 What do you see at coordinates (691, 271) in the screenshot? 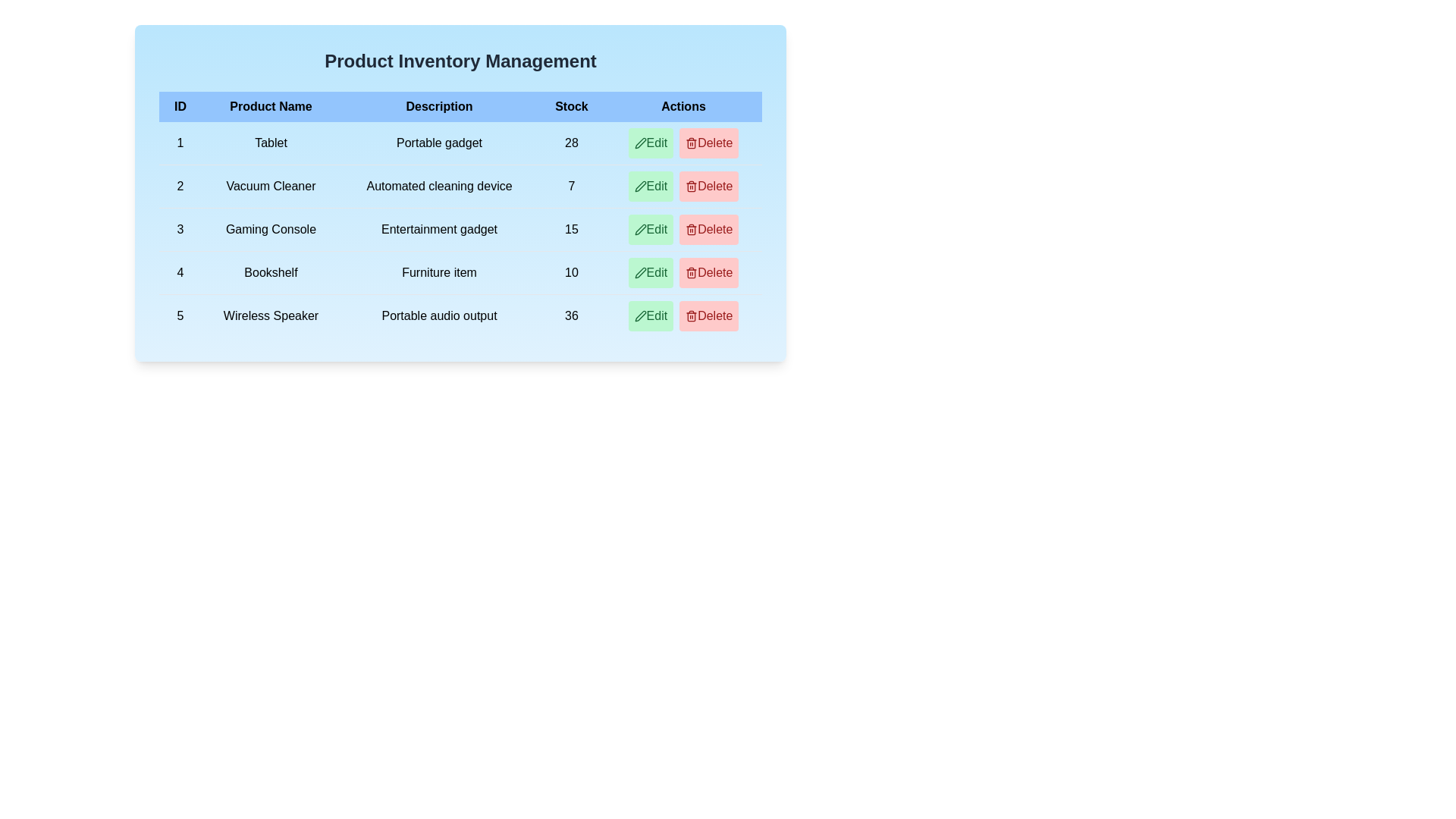
I see `the red trash bin icon within the 'Delete' button in the 'Actions' column of the 'Bookshelf' row` at bounding box center [691, 271].